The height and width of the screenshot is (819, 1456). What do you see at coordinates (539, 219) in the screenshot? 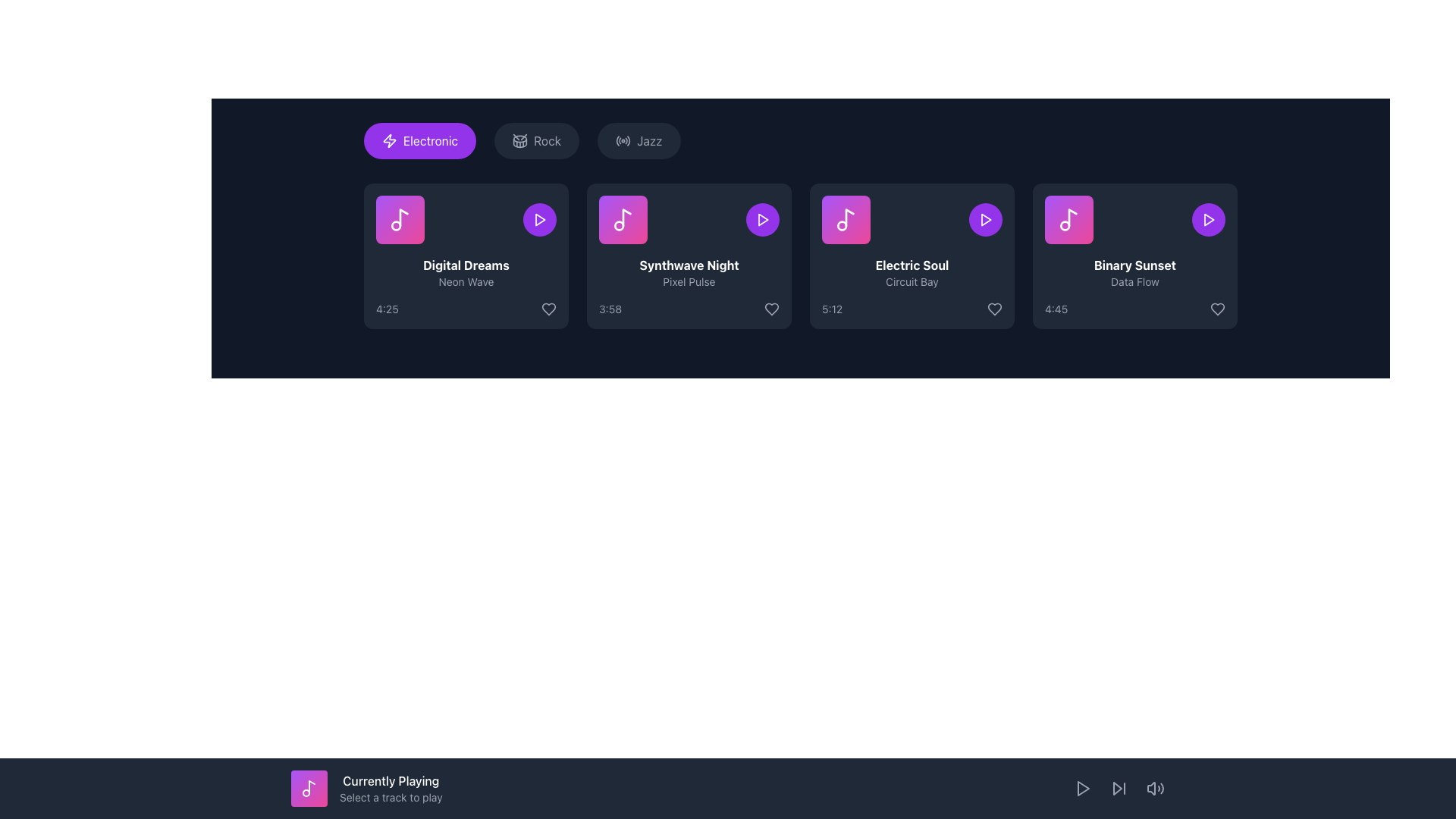
I see `the circular button with a purple background and white play icon` at bounding box center [539, 219].